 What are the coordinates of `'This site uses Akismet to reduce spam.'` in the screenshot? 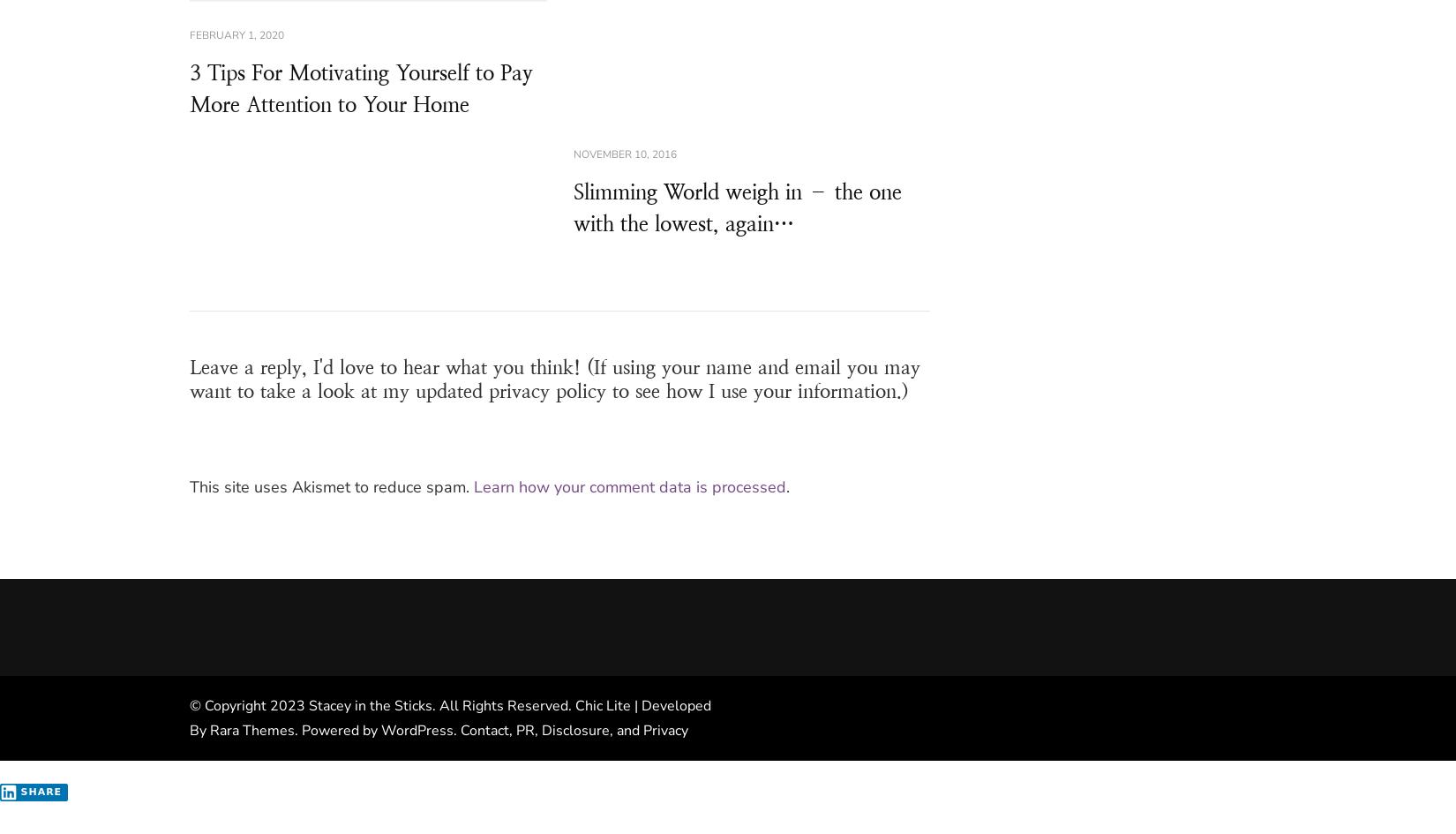 It's located at (332, 486).